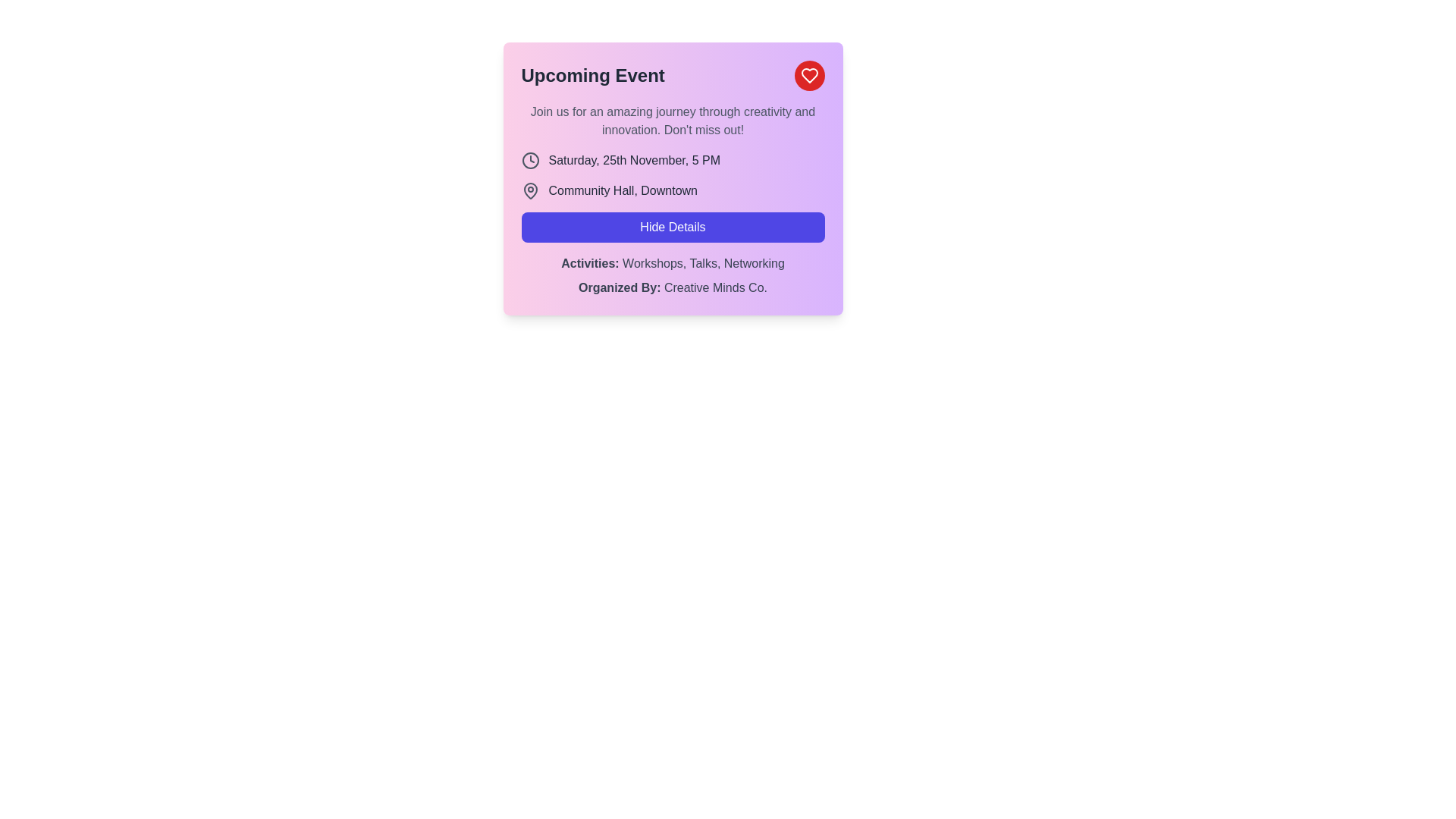 This screenshot has height=819, width=1456. What do you see at coordinates (672, 262) in the screenshot?
I see `text label that displays a summary of activities associated with the event, positioned below the 'Hide Details' button and above 'Organized By: Creative Minds Co.'` at bounding box center [672, 262].